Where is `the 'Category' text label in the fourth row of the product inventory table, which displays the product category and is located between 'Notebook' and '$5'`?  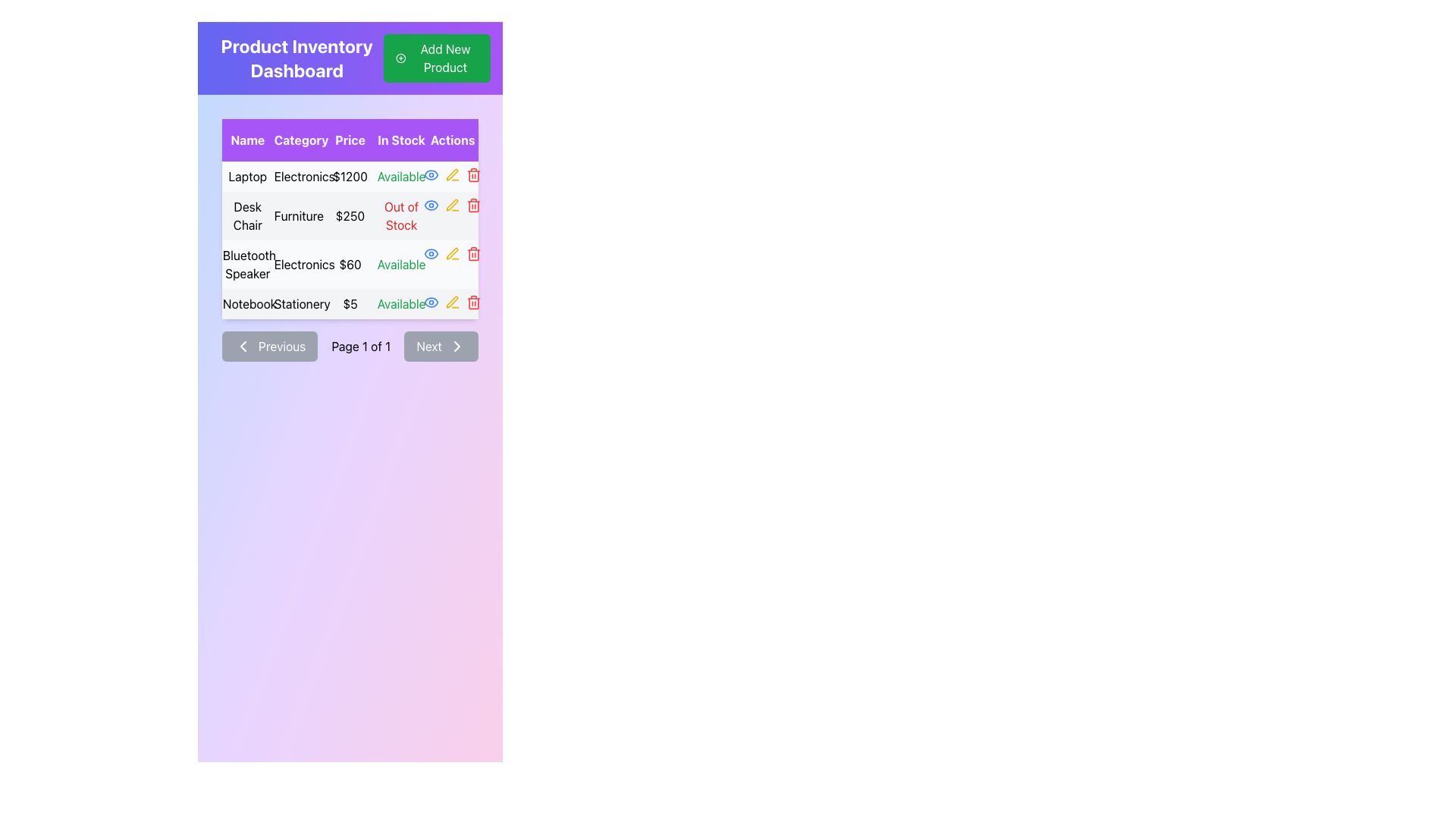 the 'Category' text label in the fourth row of the product inventory table, which displays the product category and is located between 'Notebook' and '$5' is located at coordinates (299, 304).